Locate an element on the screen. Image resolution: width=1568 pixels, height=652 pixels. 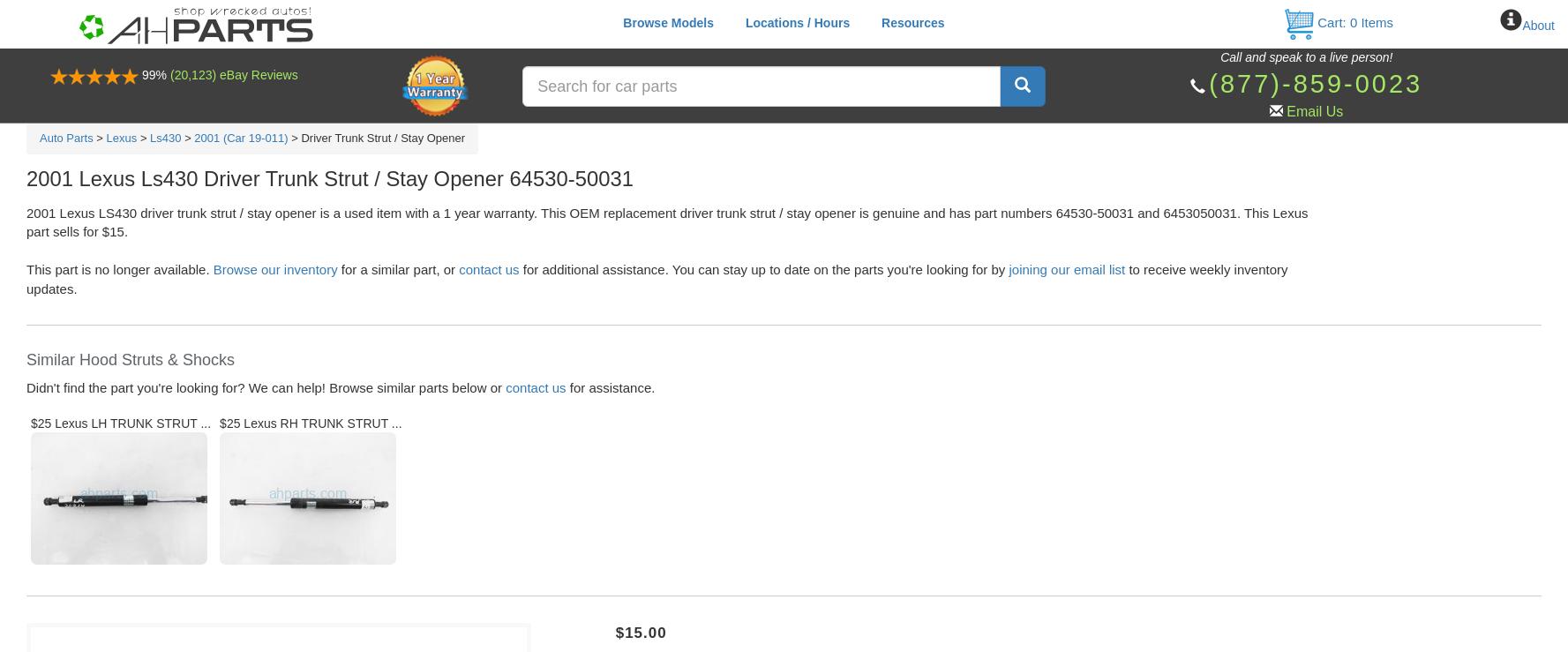
'This part is no longer available.' is located at coordinates (119, 269).